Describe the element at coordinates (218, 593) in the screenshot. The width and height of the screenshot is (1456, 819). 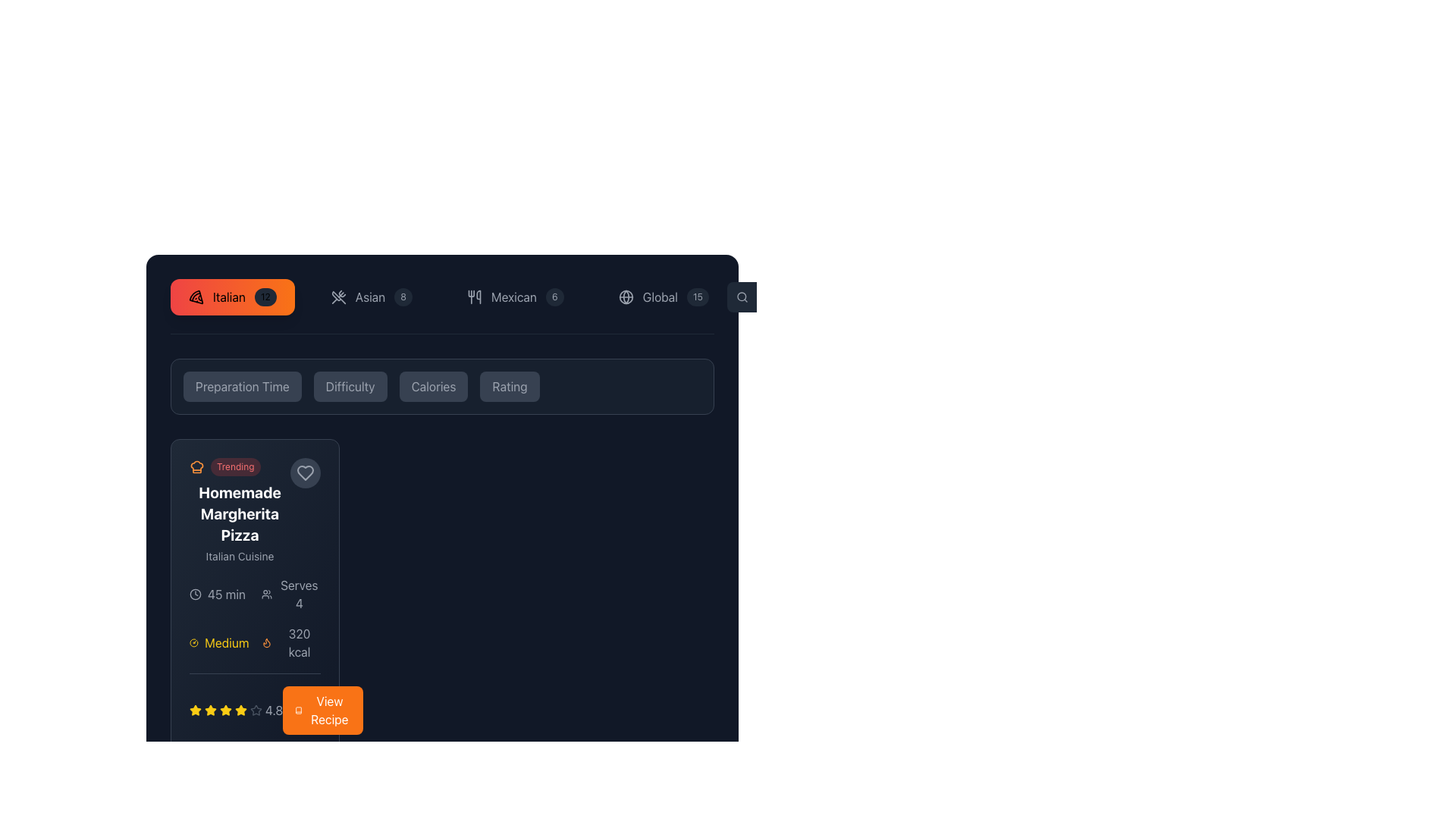
I see `preparation time displayed on the icon with a text label located in the top-left quadrant of the recipe card layout` at that location.